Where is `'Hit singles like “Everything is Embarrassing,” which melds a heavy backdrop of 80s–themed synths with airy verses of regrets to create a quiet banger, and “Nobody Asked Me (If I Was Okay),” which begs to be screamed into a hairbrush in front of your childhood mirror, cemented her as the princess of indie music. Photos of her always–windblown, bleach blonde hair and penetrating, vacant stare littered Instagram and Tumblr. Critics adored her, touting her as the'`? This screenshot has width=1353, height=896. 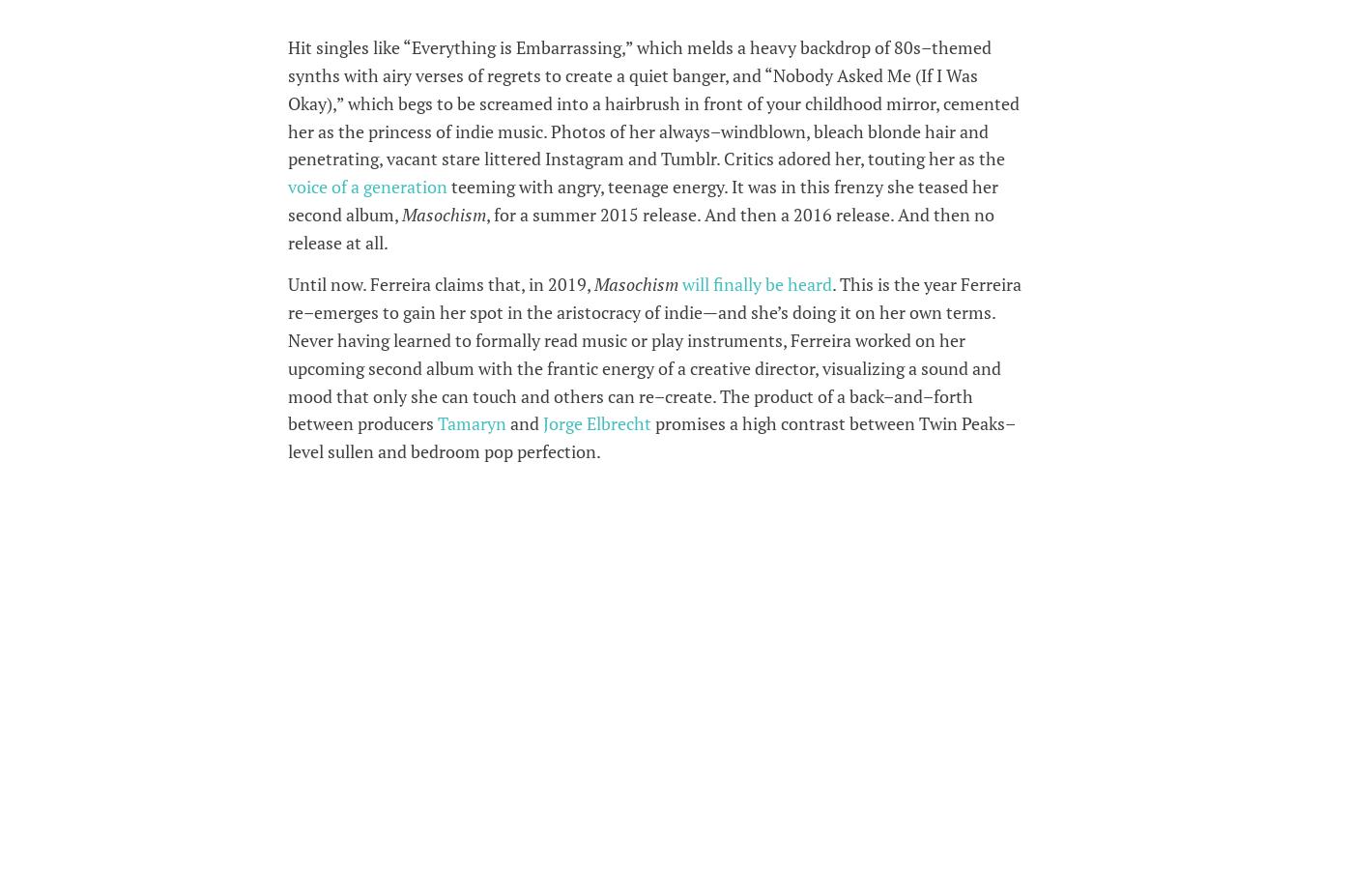 'Hit singles like “Everything is Embarrassing,” which melds a heavy backdrop of 80s–themed synths with airy verses of regrets to create a quiet banger, and “Nobody Asked Me (If I Was Okay),” which begs to be screamed into a hairbrush in front of your childhood mirror, cemented her as the princess of indie music. Photos of her always–windblown, bleach blonde hair and penetrating, vacant stare littered Instagram and Tumblr. Critics adored her, touting her as the' is located at coordinates (652, 101).